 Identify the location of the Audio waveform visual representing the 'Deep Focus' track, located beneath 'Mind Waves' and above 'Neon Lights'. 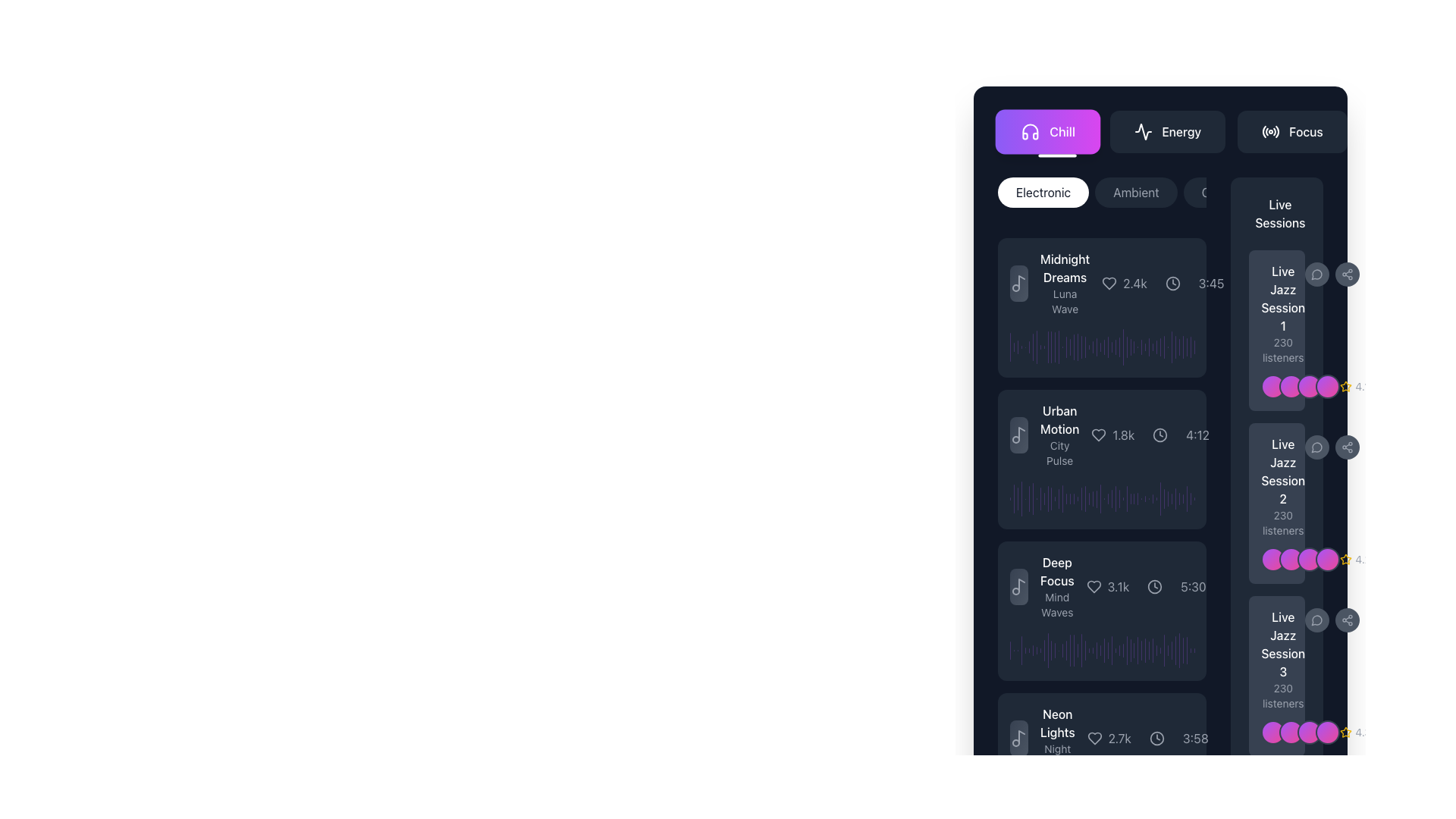
(1102, 649).